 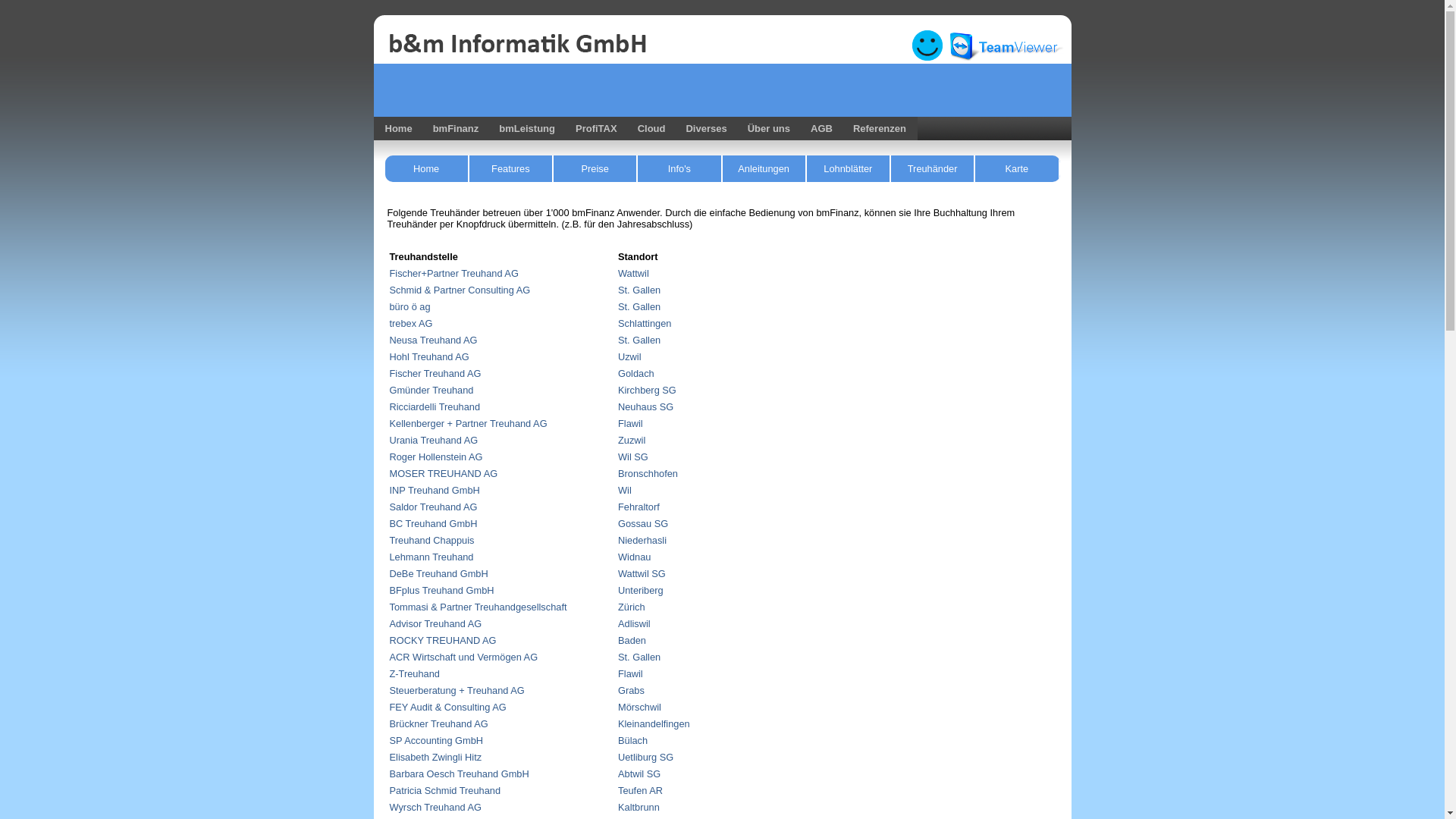 What do you see at coordinates (435, 373) in the screenshot?
I see `'Fischer Treuhand AG'` at bounding box center [435, 373].